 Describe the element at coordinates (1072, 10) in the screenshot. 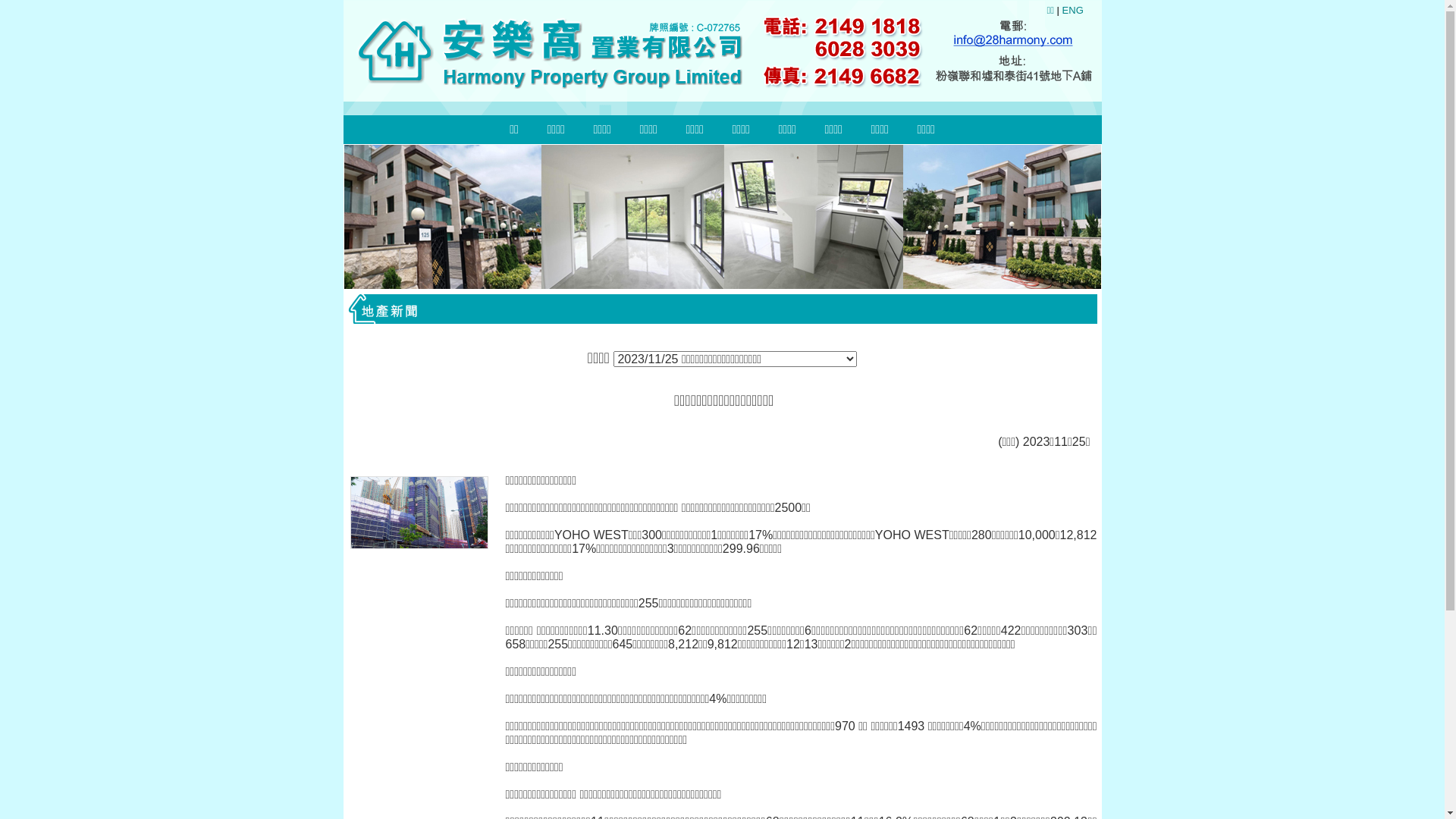

I see `'ENG'` at that location.